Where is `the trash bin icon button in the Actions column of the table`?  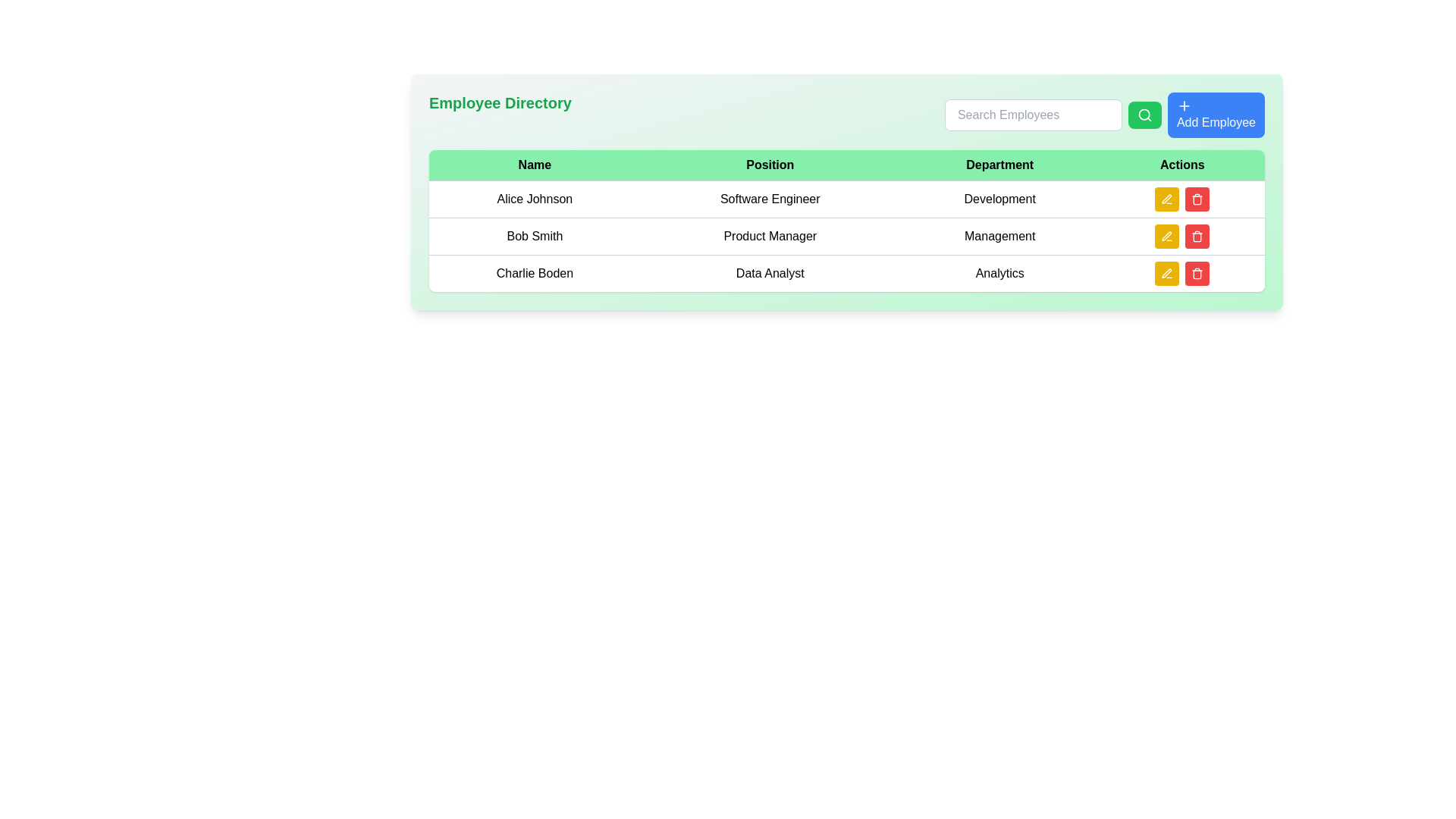
the trash bin icon button in the Actions column of the table is located at coordinates (1197, 274).